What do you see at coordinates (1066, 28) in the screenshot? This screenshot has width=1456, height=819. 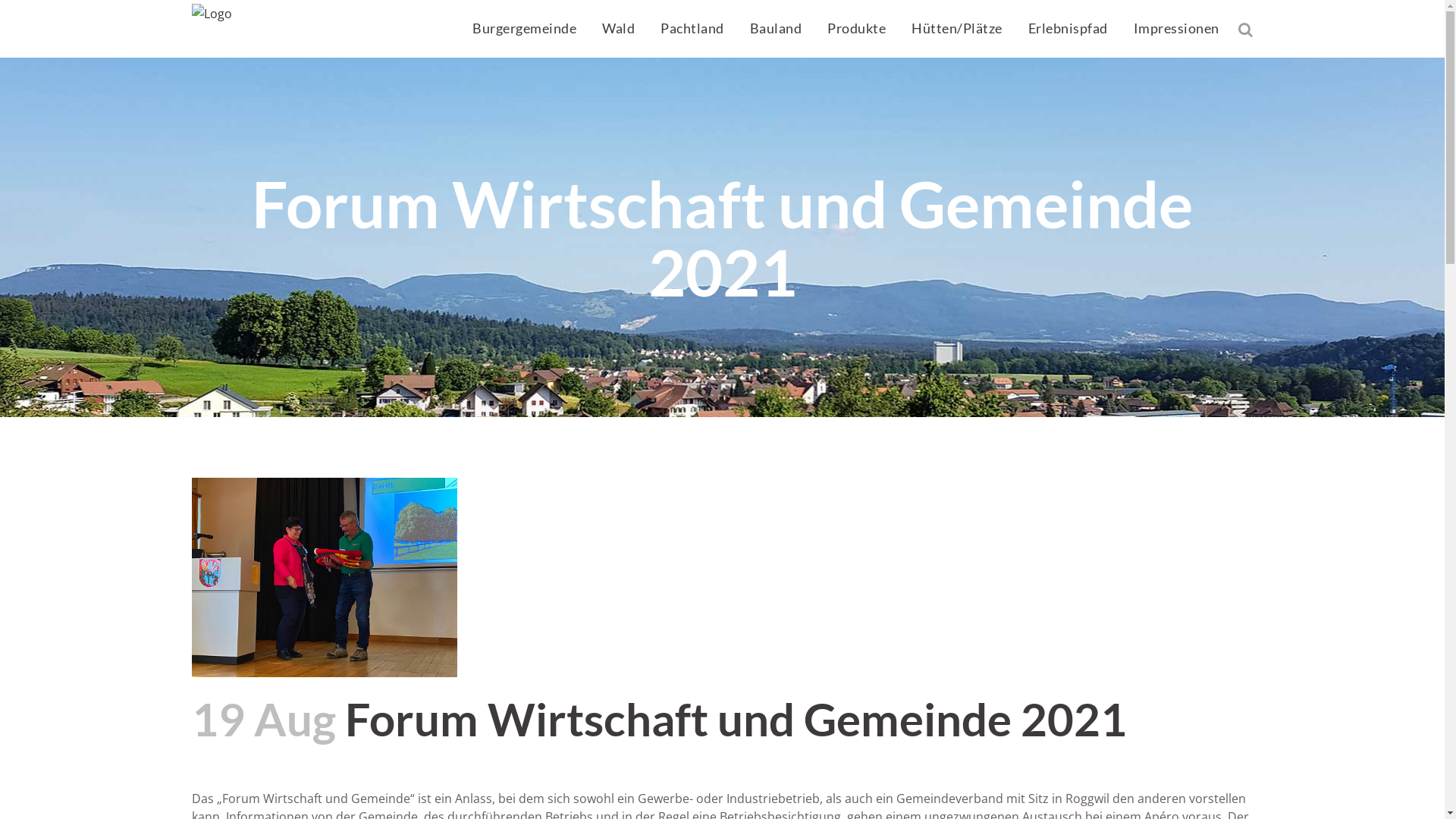 I see `'Erlebnispfad'` at bounding box center [1066, 28].